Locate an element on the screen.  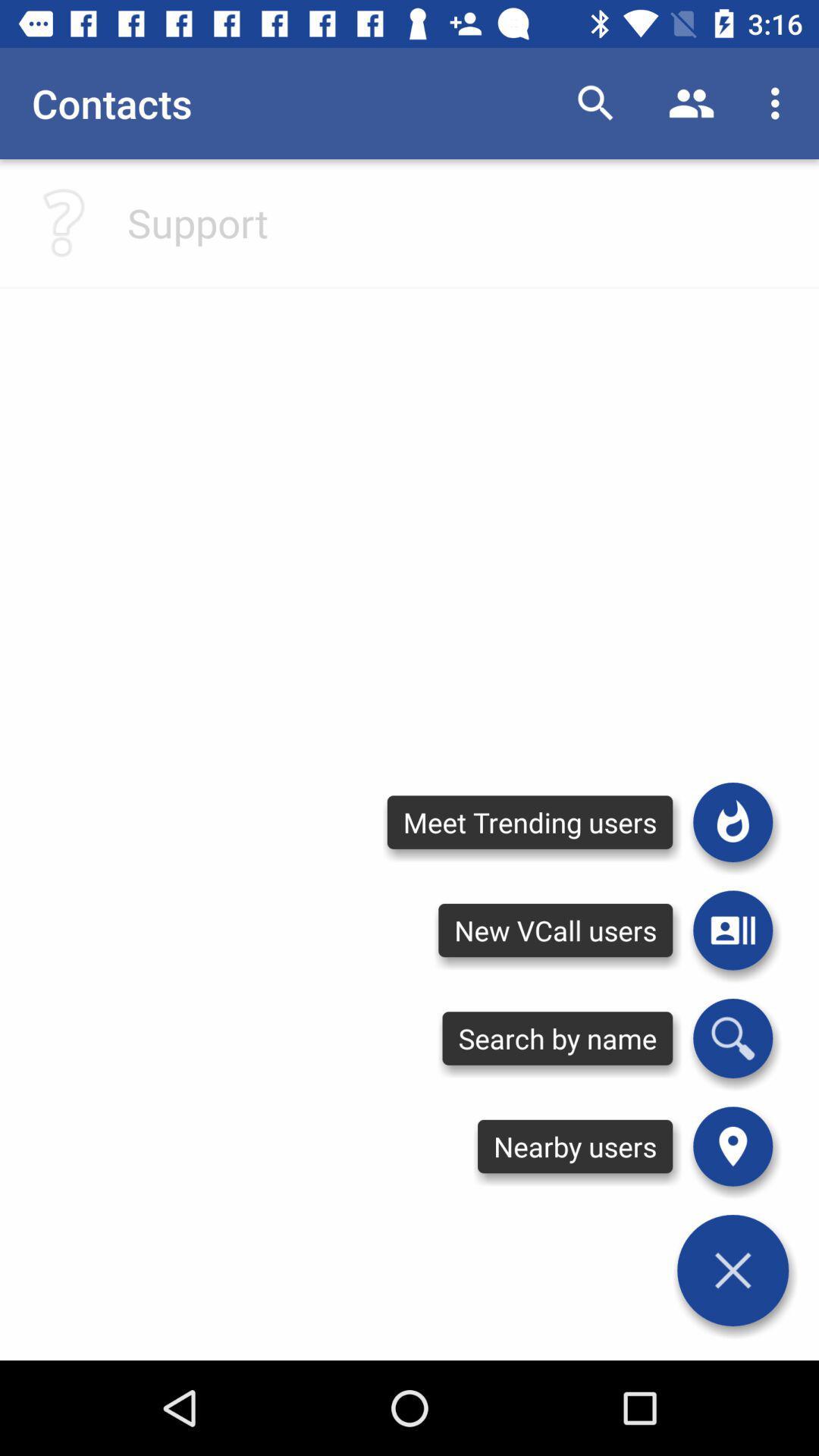
trending users is located at coordinates (732, 821).